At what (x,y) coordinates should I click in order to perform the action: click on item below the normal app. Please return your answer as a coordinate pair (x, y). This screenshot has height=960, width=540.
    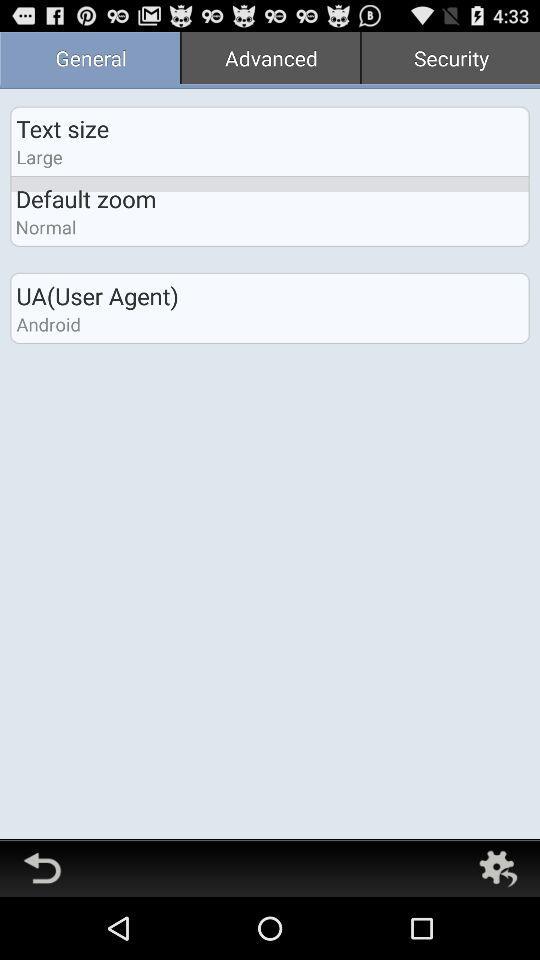
    Looking at the image, I should click on (96, 295).